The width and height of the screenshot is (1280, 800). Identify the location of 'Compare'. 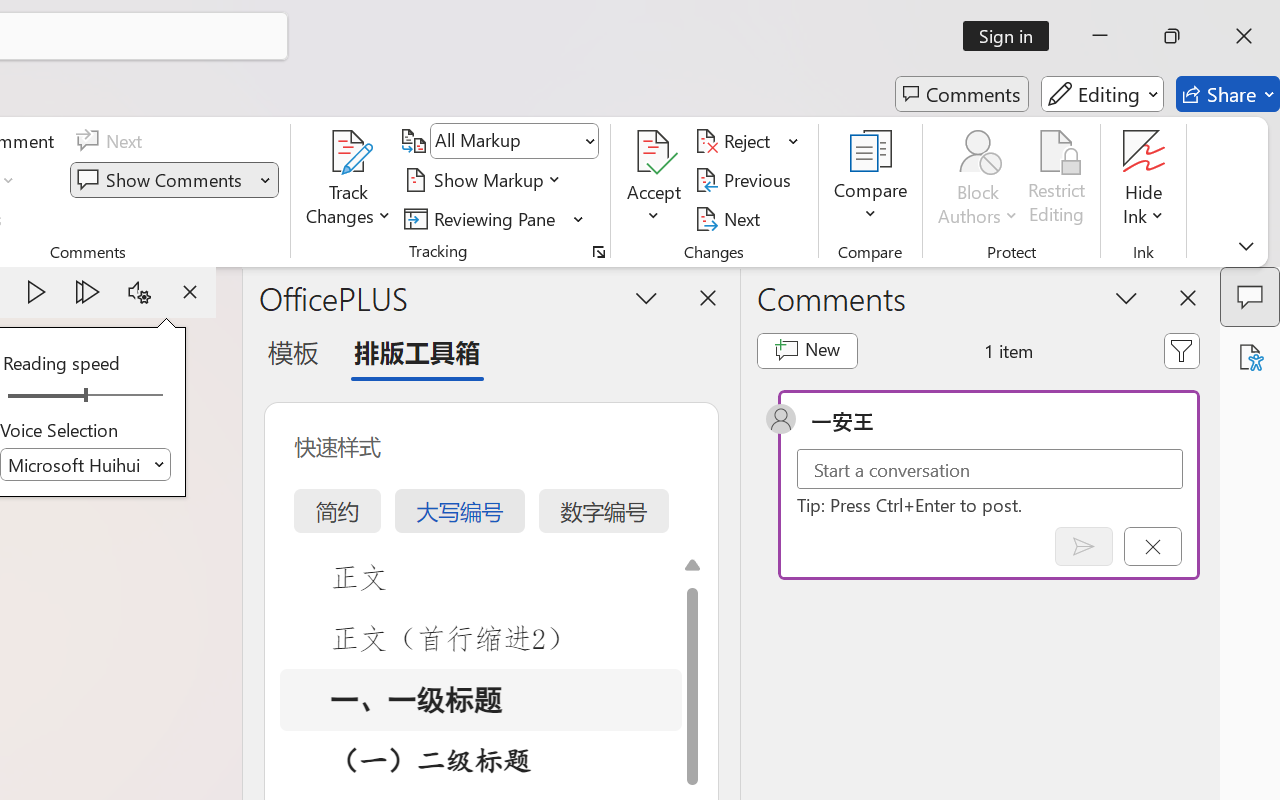
(871, 179).